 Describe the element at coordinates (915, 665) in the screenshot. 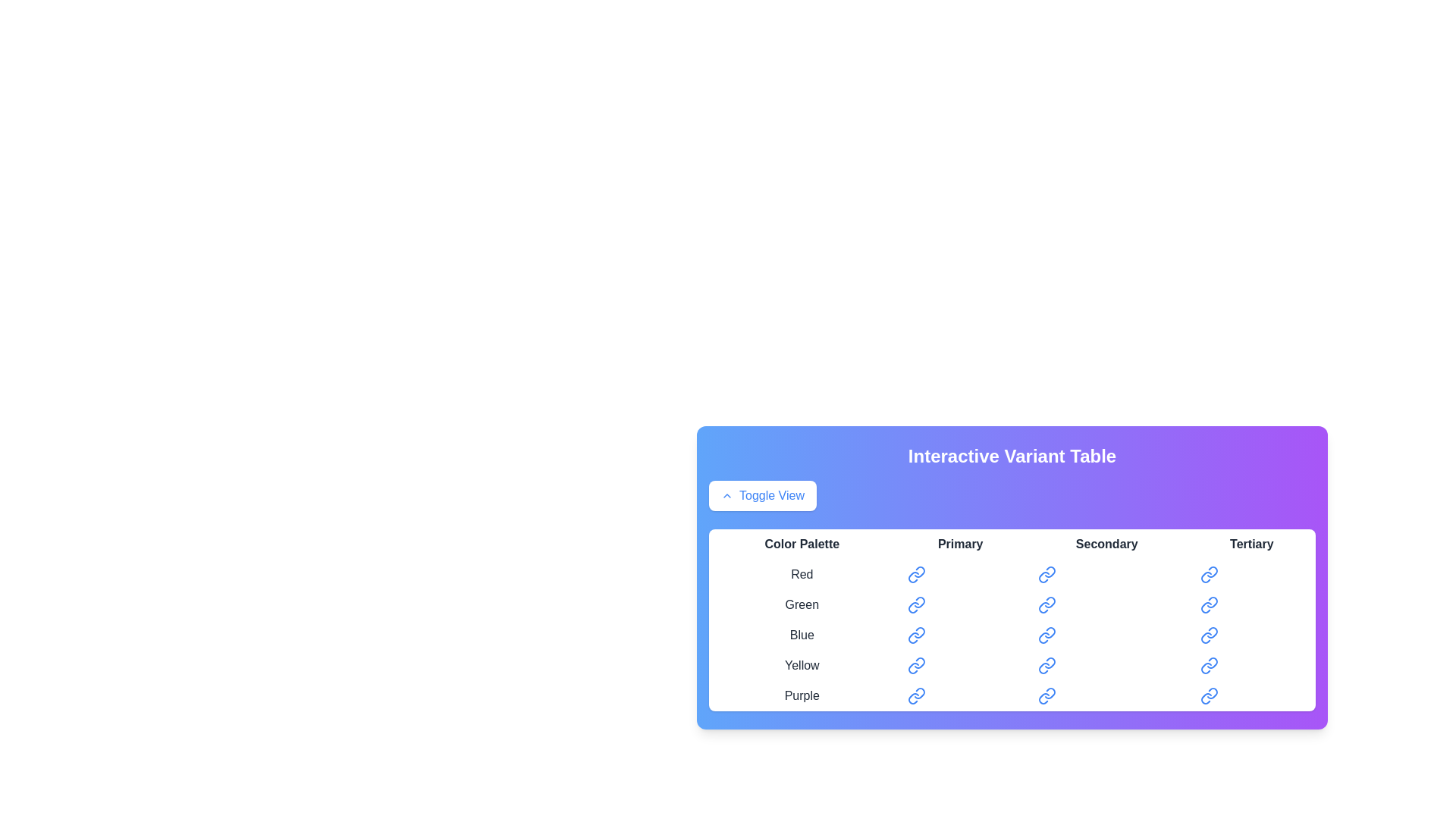

I see `the interactive icon representing the 'Primary - Yellow' item in the 'Interactive Variant Table'` at that location.